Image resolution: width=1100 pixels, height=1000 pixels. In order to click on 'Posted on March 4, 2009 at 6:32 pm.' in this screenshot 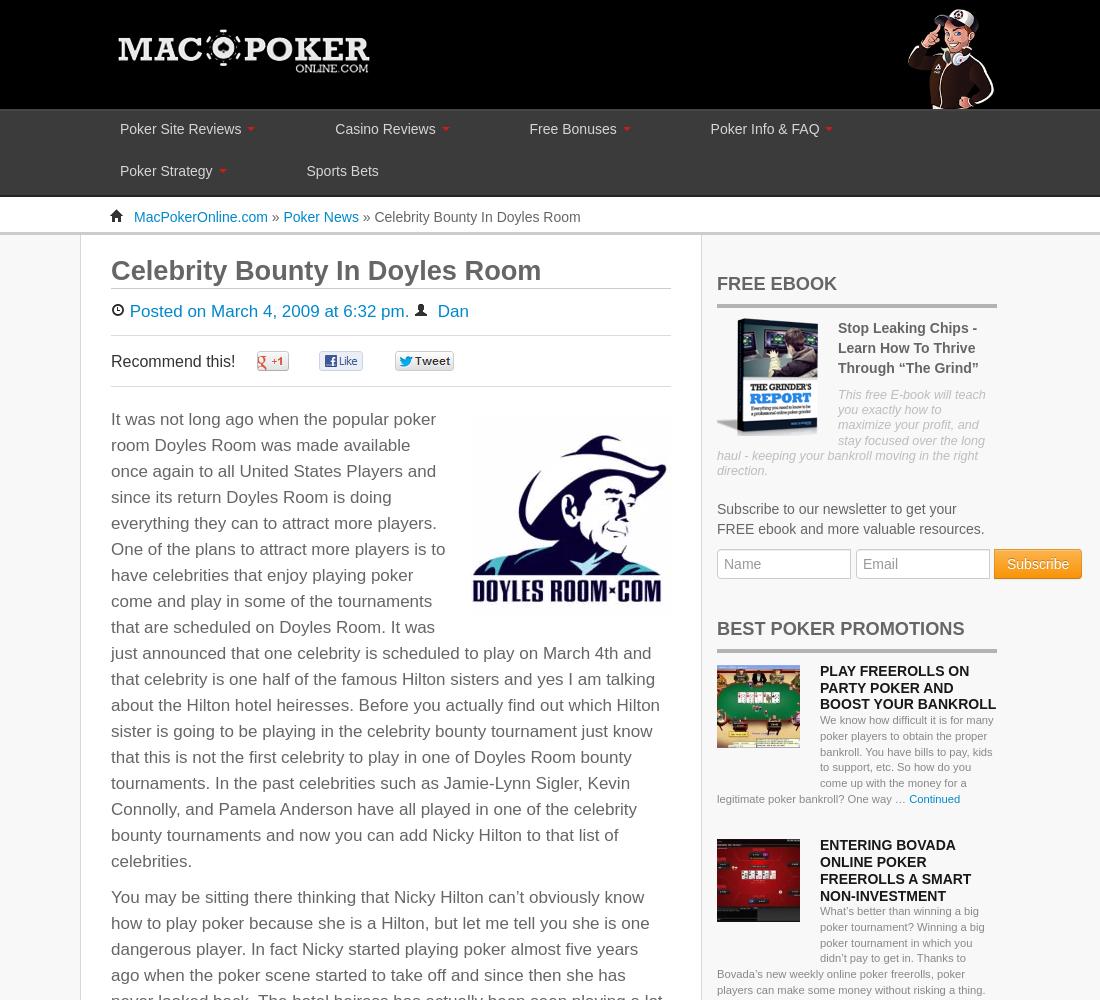, I will do `click(129, 310)`.